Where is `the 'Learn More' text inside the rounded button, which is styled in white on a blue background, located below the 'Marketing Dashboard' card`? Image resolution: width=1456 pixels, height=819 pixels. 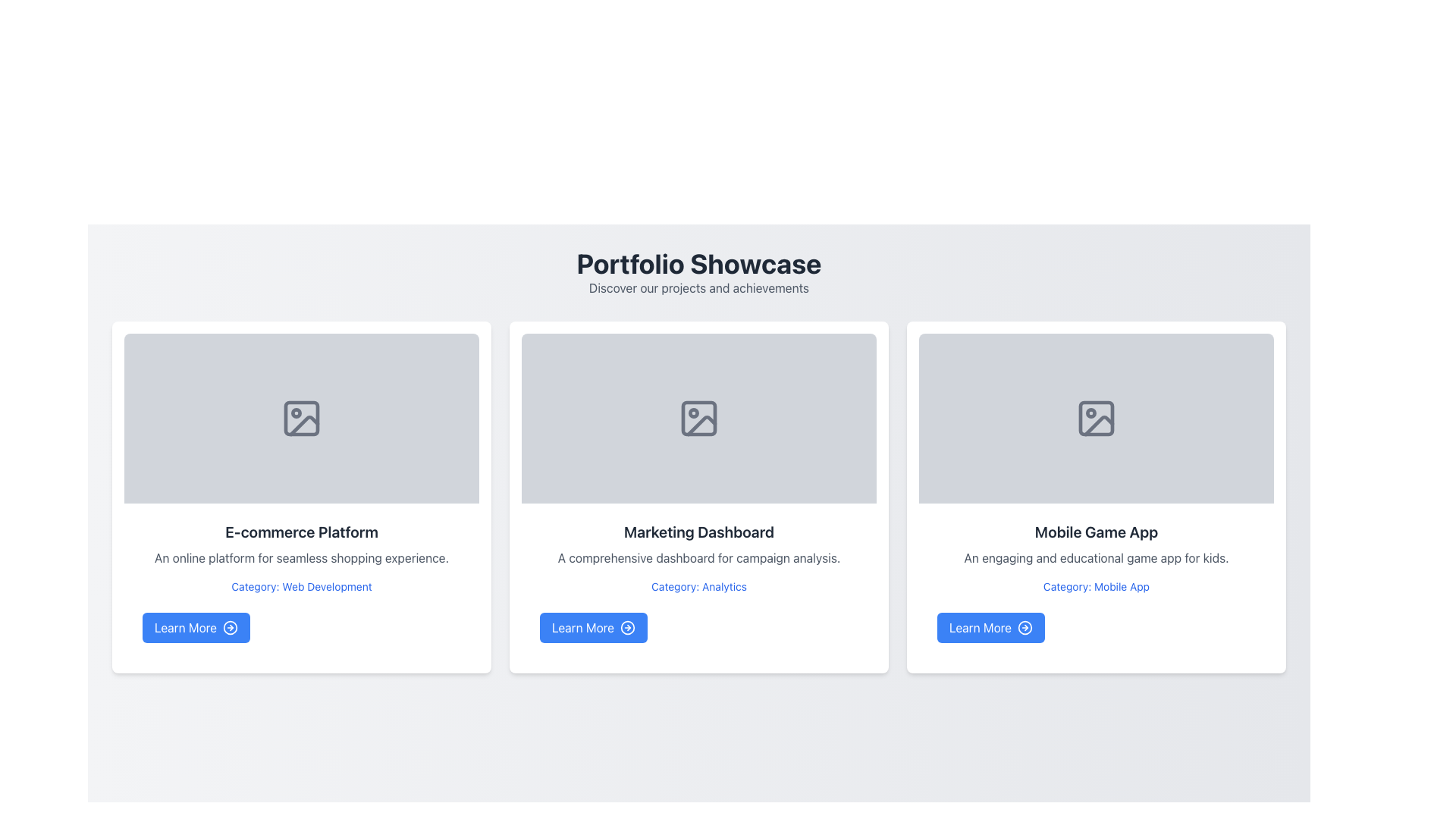
the 'Learn More' text inside the rounded button, which is styled in white on a blue background, located below the 'Marketing Dashboard' card is located at coordinates (582, 628).